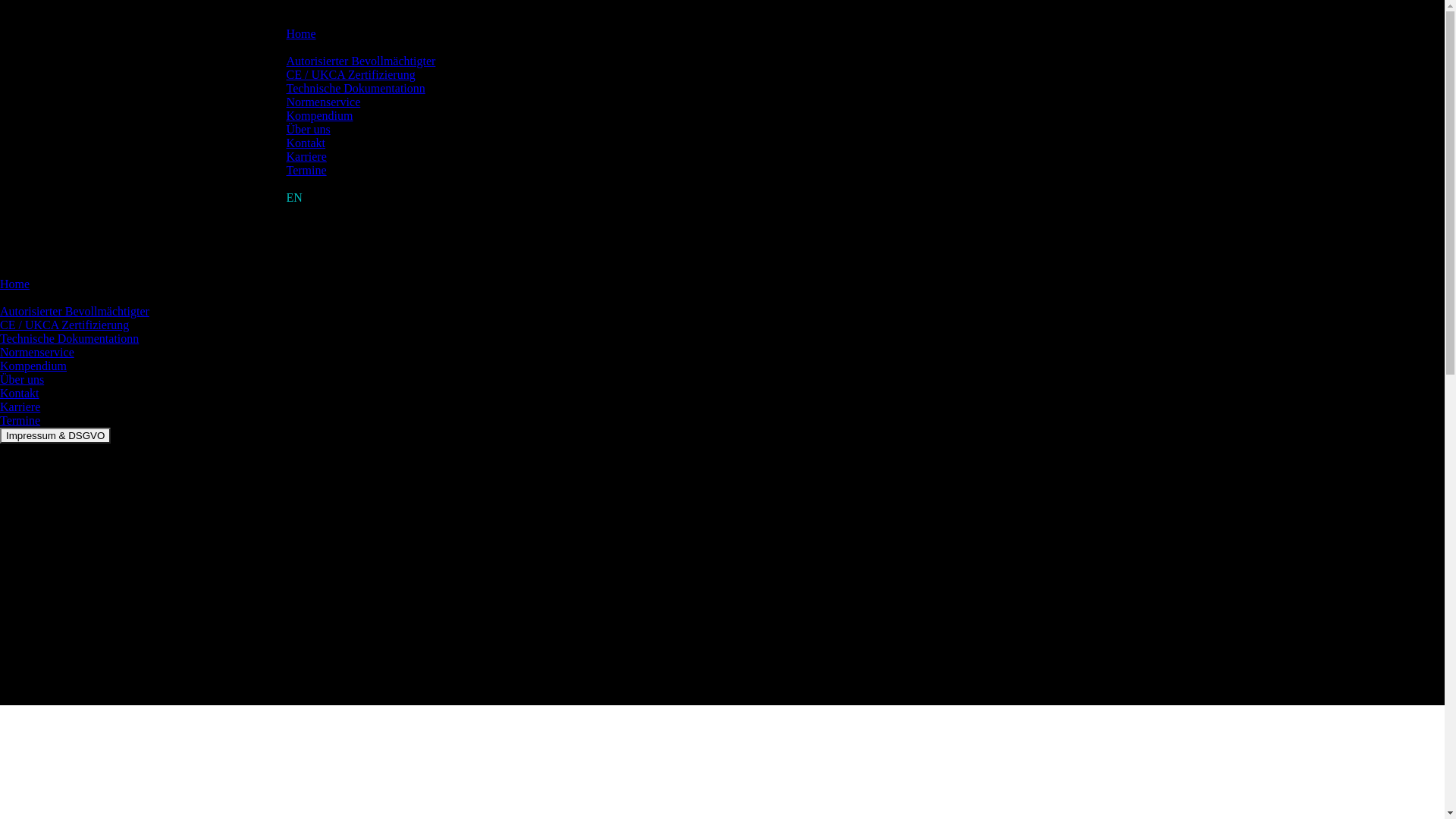 The width and height of the screenshot is (1456, 819). I want to click on 'Technische Dokumentationn', so click(68, 337).